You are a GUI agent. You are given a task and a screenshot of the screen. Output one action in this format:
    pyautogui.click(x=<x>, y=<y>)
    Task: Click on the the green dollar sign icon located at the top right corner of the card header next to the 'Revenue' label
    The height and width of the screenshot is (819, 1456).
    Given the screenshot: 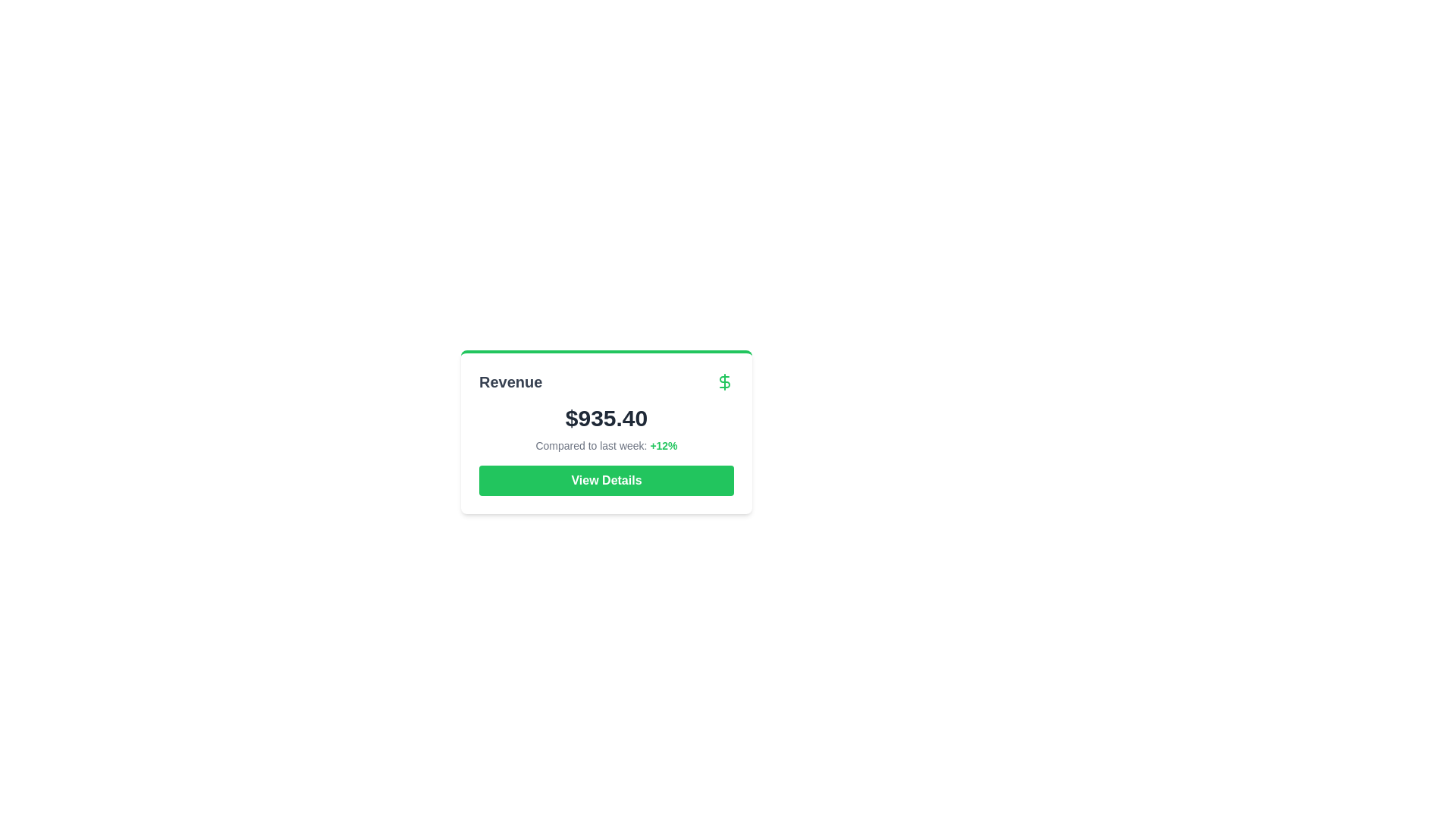 What is the action you would take?
    pyautogui.click(x=723, y=381)
    